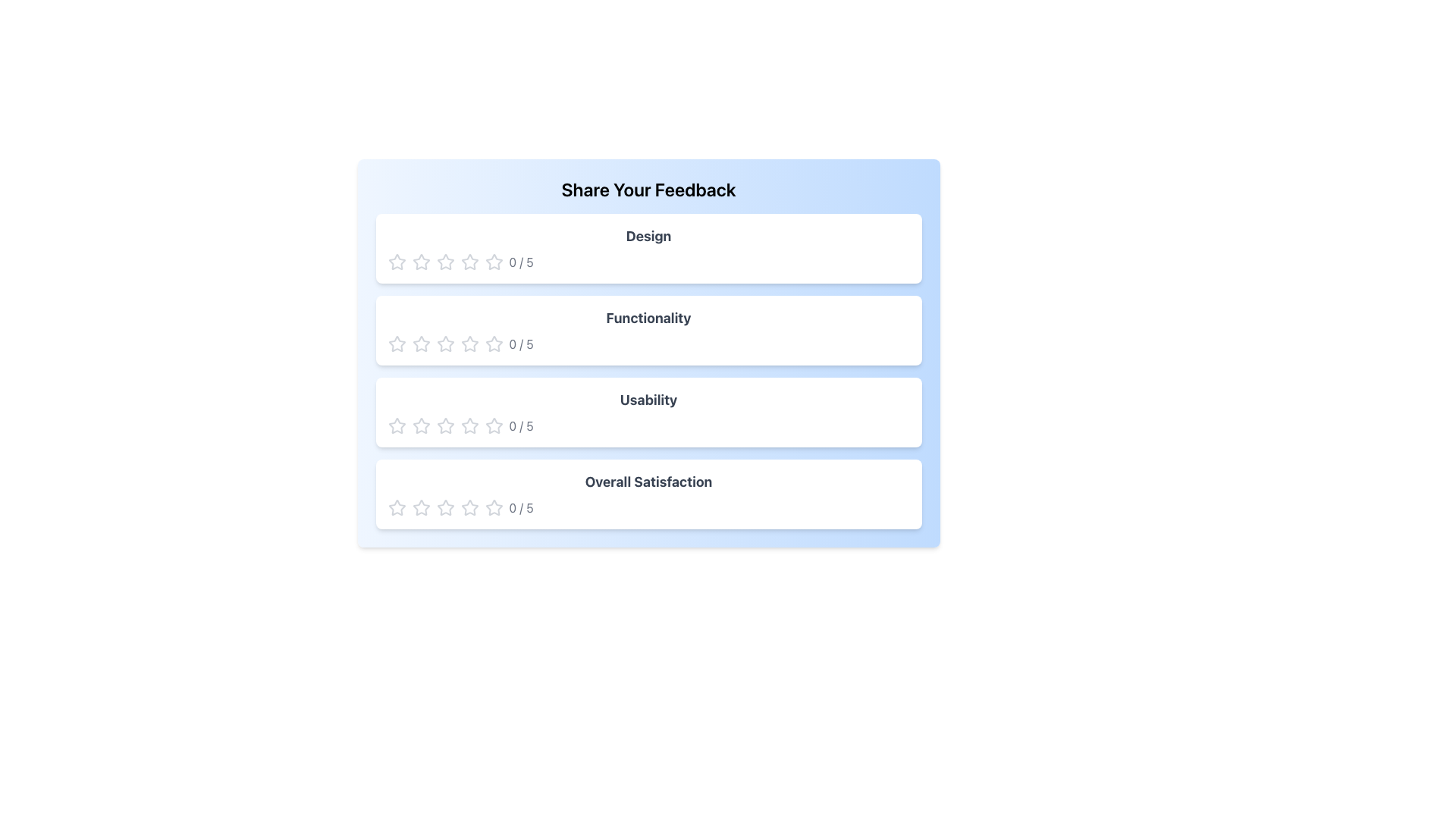 This screenshot has height=819, width=1456. Describe the element at coordinates (421, 261) in the screenshot. I see `the second star icon in the rating system for the 'Design' criterion located in the feedback interface` at that location.